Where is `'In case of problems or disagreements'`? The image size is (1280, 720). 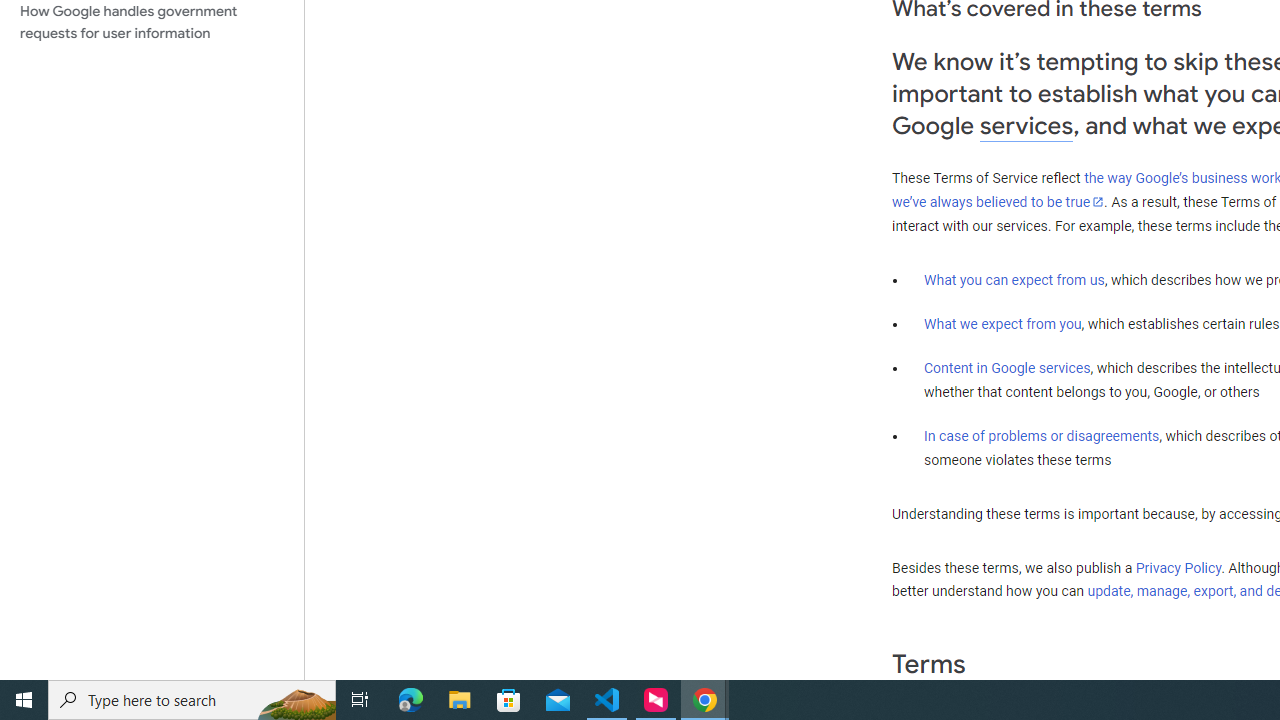 'In case of problems or disagreements' is located at coordinates (1040, 434).